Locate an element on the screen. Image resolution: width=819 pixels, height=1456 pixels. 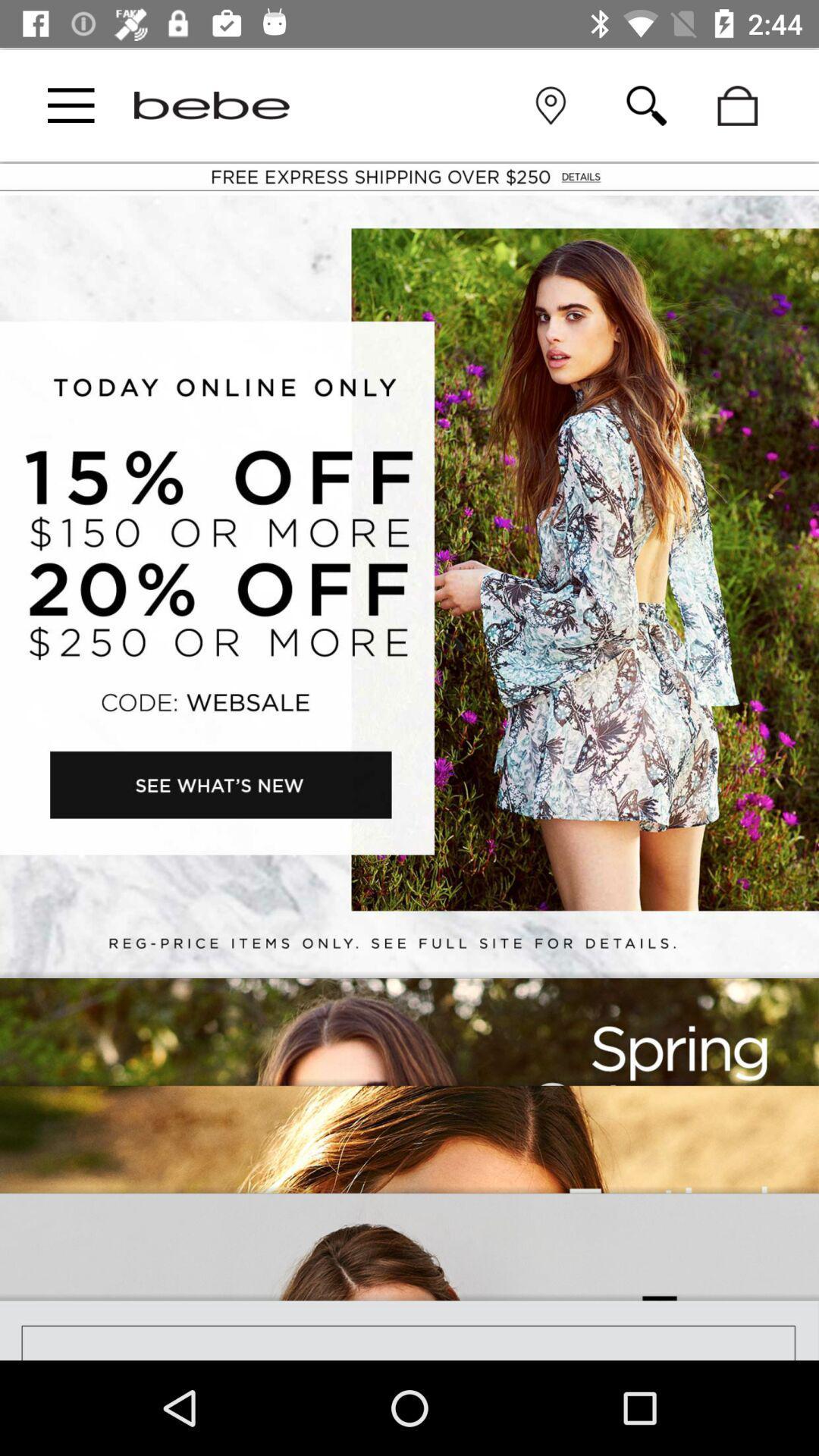
go home is located at coordinates (212, 105).